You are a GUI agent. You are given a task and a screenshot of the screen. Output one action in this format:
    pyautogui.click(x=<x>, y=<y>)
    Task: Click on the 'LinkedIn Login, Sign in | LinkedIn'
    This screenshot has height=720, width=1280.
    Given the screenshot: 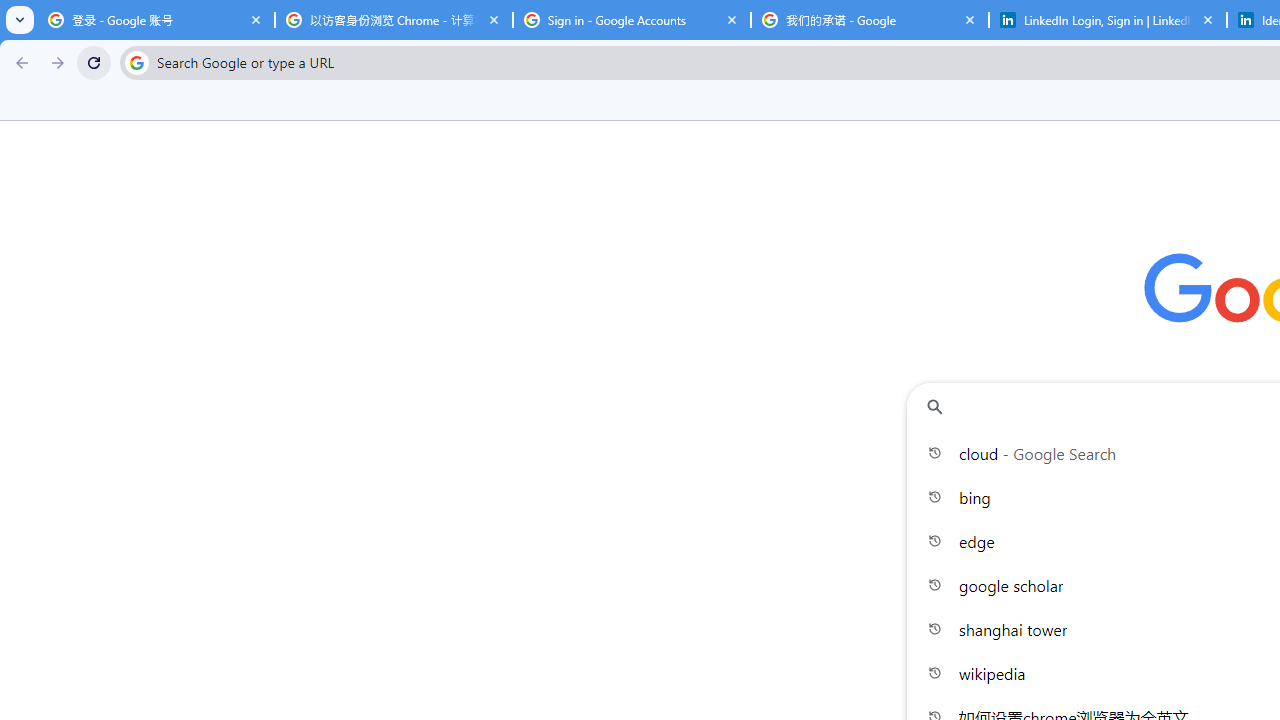 What is the action you would take?
    pyautogui.click(x=1107, y=20)
    